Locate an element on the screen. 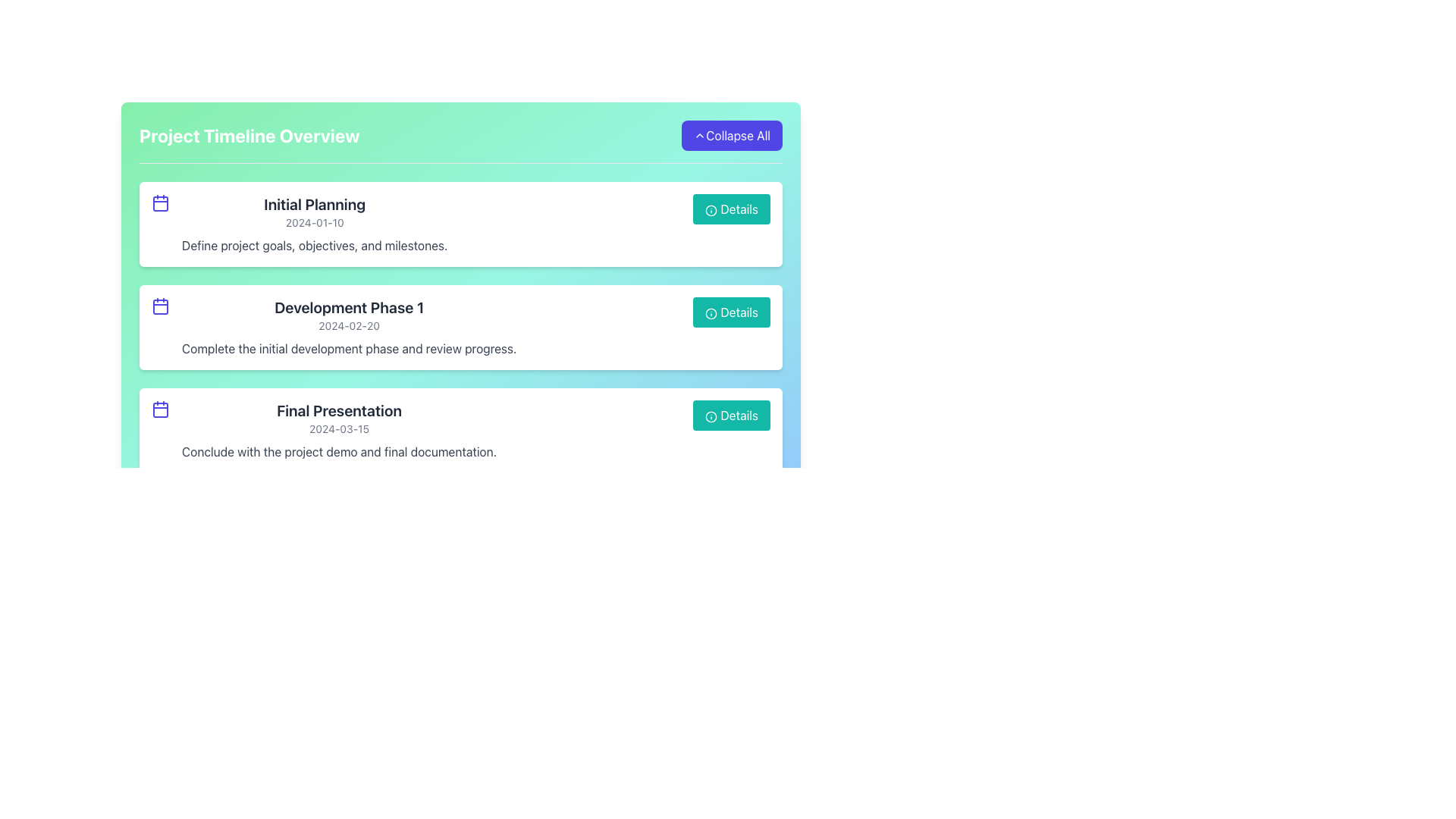 The height and width of the screenshot is (819, 1456). the text label displaying the date associated with the task 'Development Phase 1', which is located beneath the title 'Development Phase 1' and above the description in the second card of project phases is located at coordinates (348, 325).